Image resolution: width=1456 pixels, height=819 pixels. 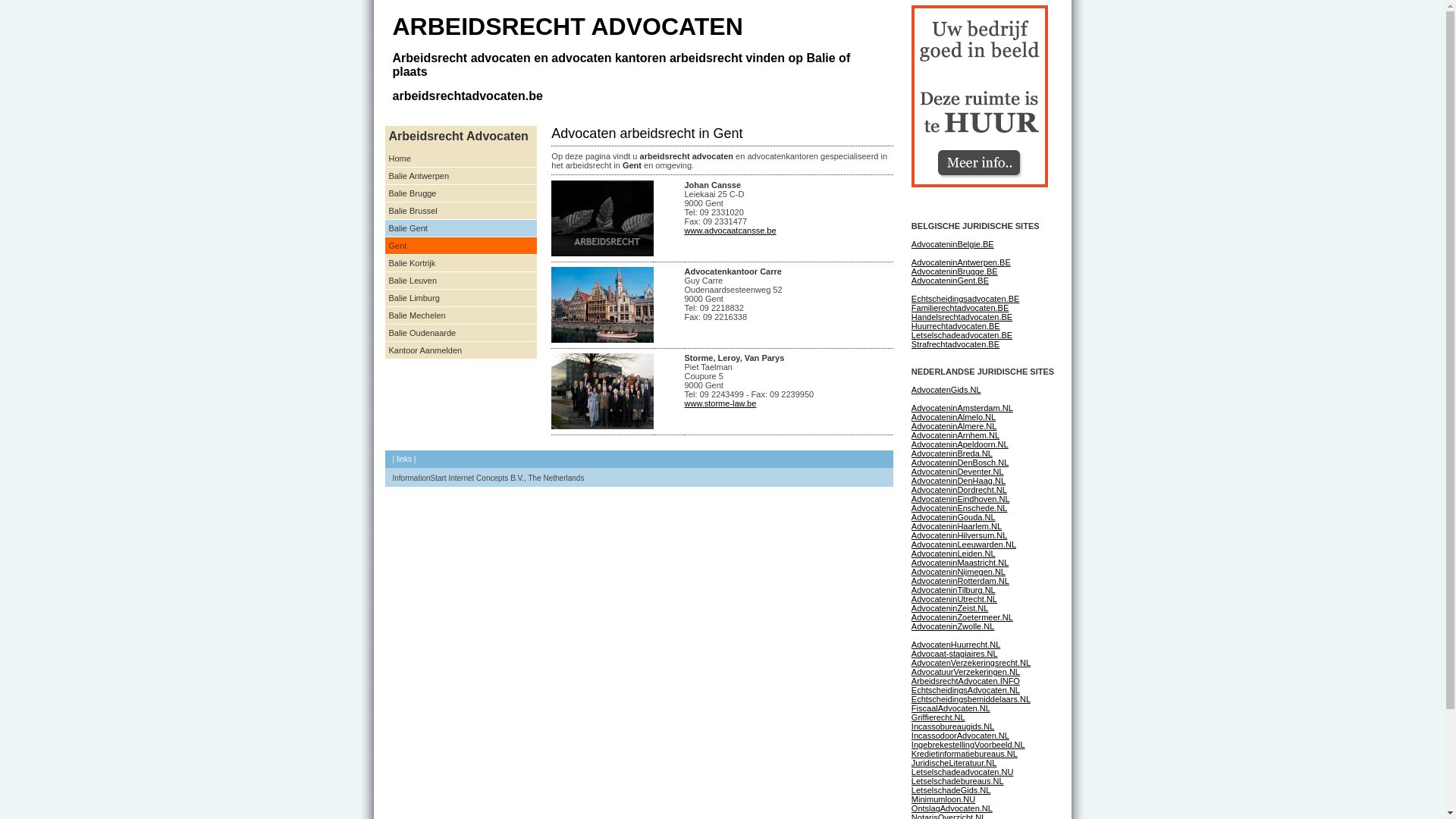 I want to click on 'AdvocateninHilversum.NL', so click(x=959, y=534).